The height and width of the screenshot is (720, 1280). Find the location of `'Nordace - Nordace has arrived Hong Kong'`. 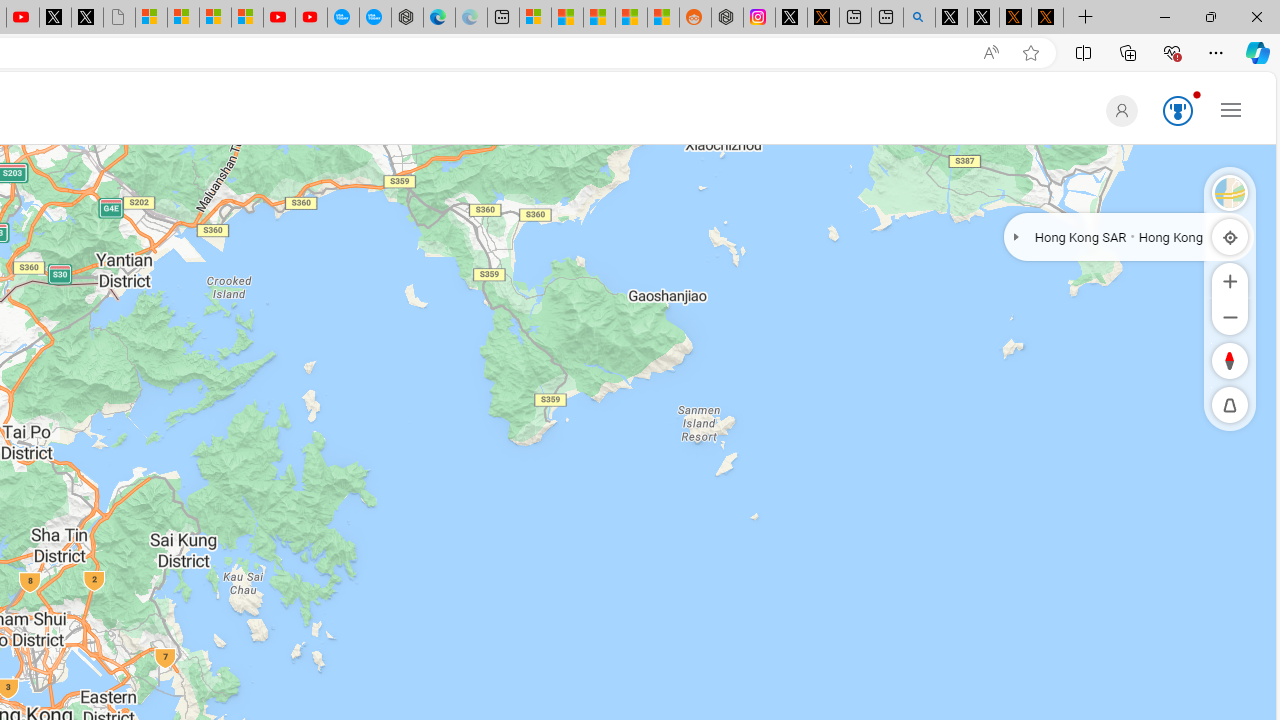

'Nordace - Nordace has arrived Hong Kong' is located at coordinates (406, 17).